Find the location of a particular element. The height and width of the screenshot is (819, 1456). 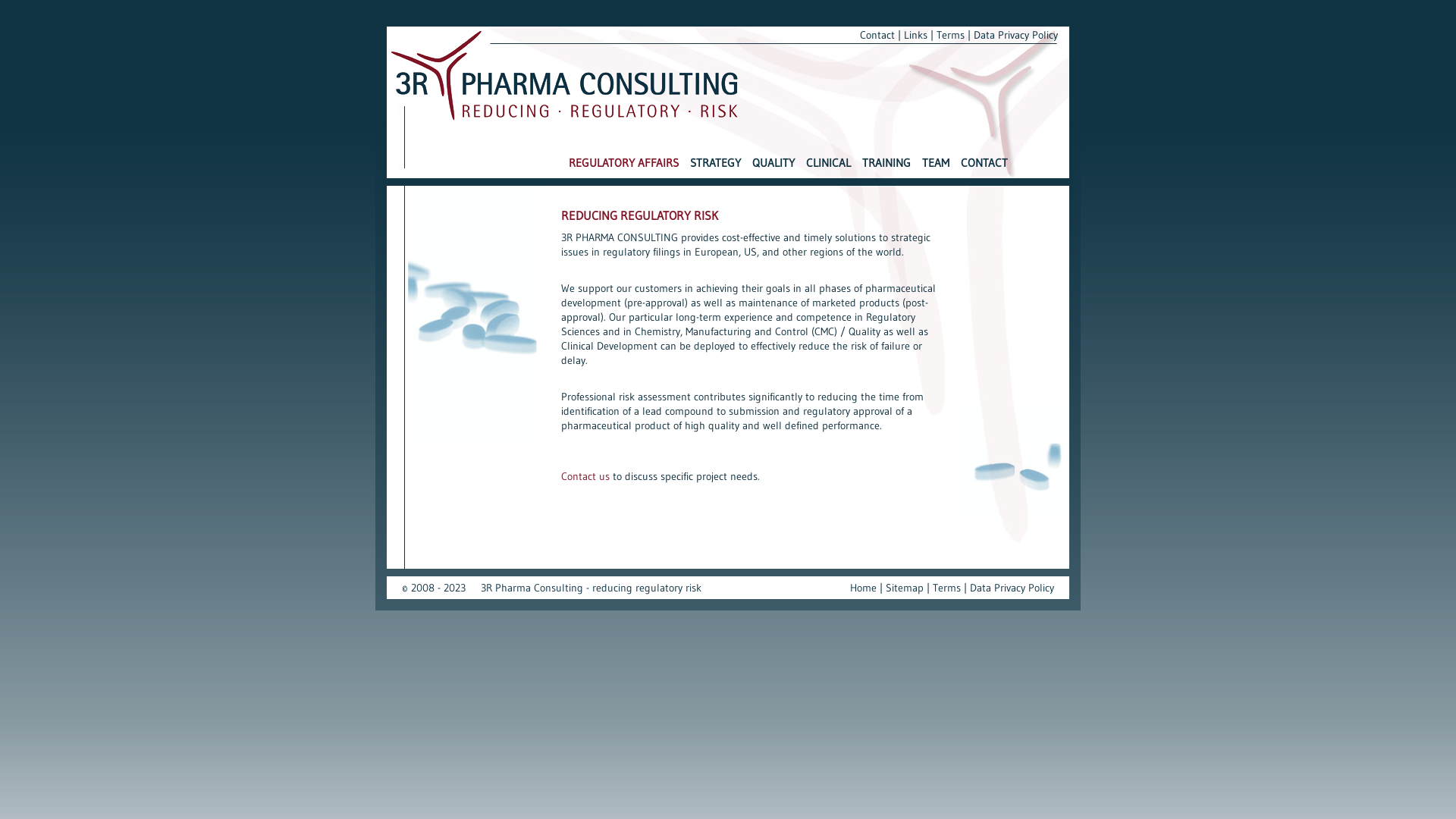

'QUALITY' is located at coordinates (773, 168).